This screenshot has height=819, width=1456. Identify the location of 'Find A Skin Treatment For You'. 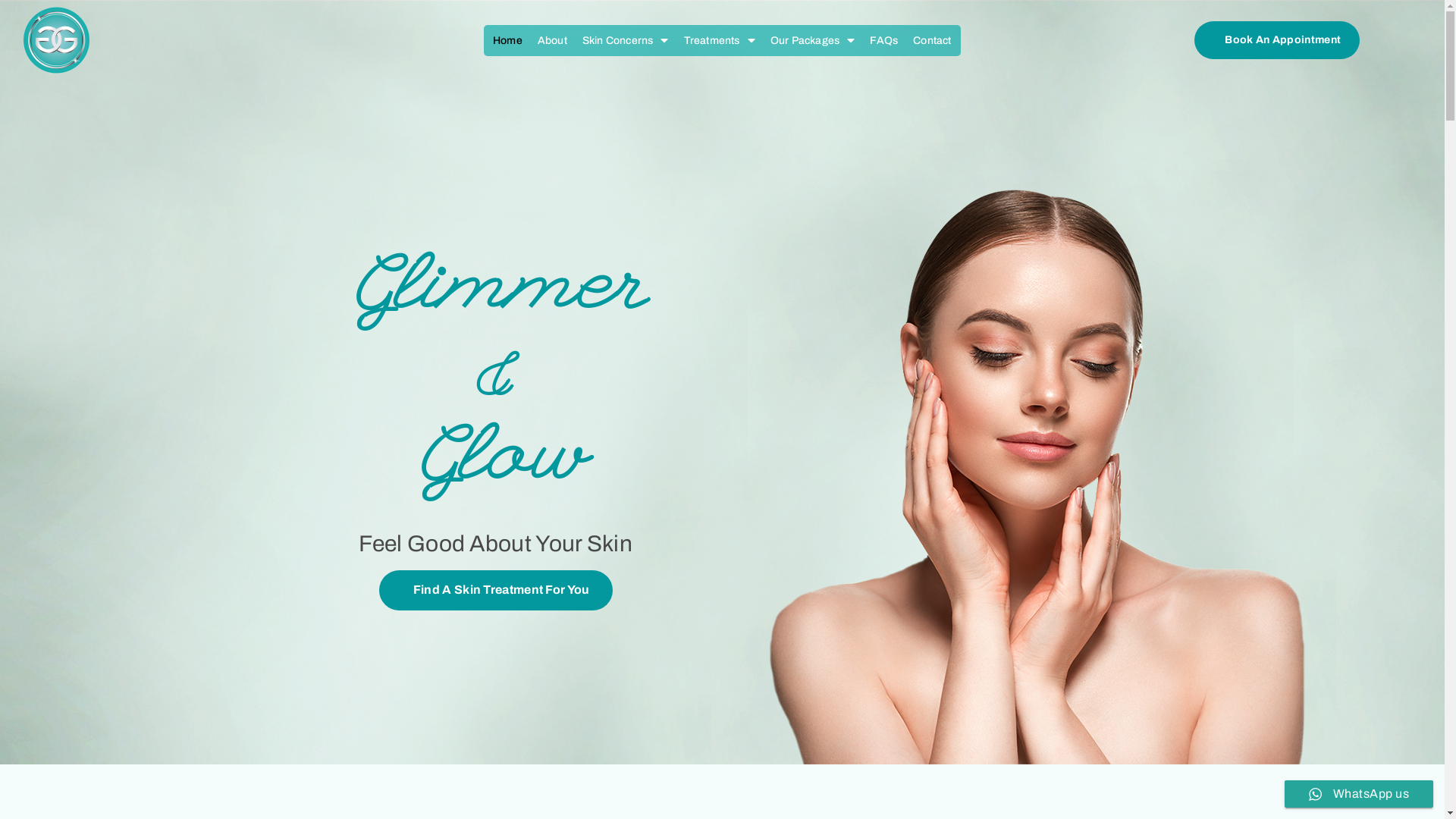
(495, 589).